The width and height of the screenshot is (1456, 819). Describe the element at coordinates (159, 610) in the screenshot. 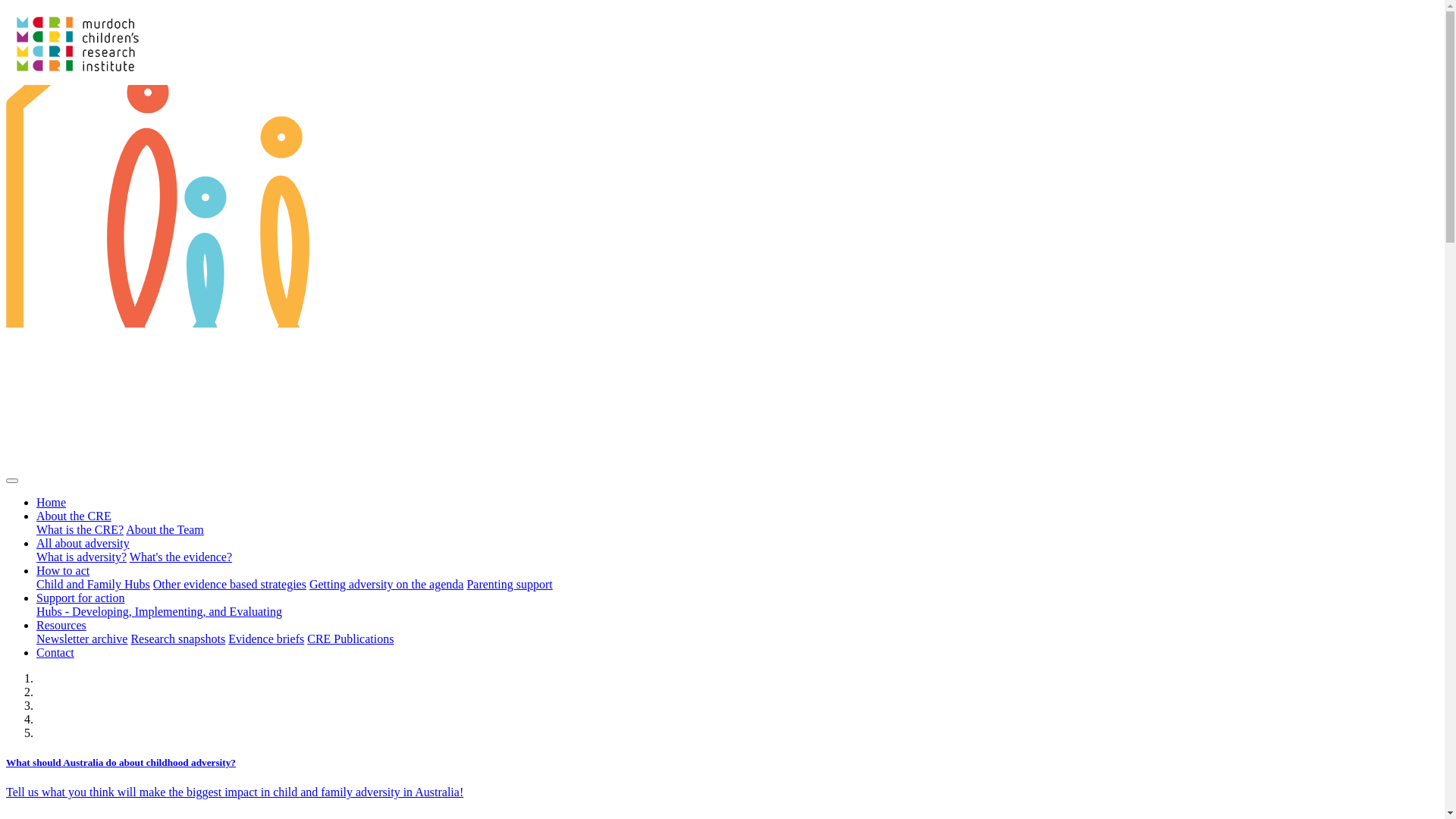

I see `'Hubs - Developing, Implementing, and Evaluating'` at that location.